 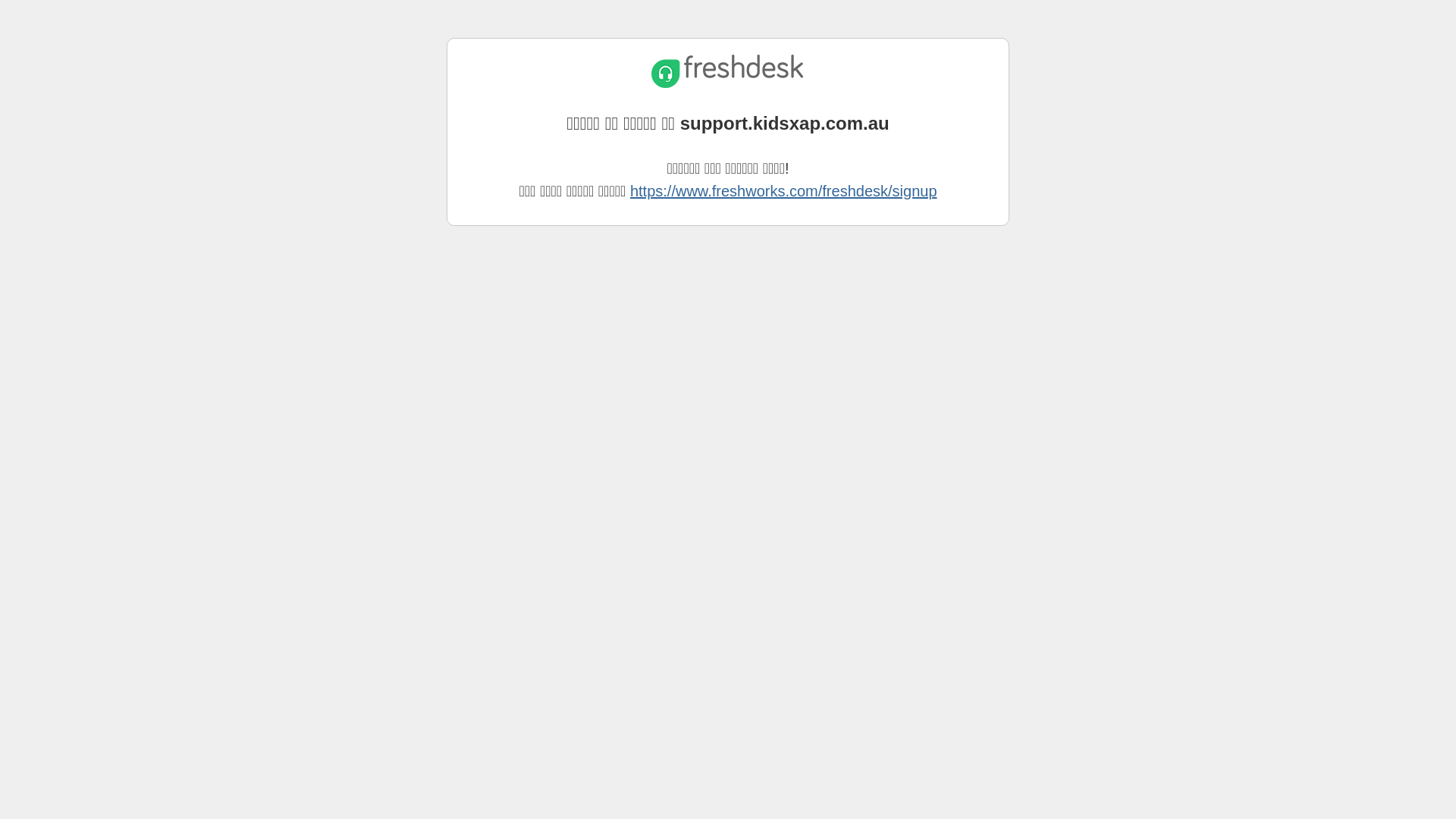 What do you see at coordinates (783, 190) in the screenshot?
I see `'https://www.freshworks.com/freshdesk/signup'` at bounding box center [783, 190].